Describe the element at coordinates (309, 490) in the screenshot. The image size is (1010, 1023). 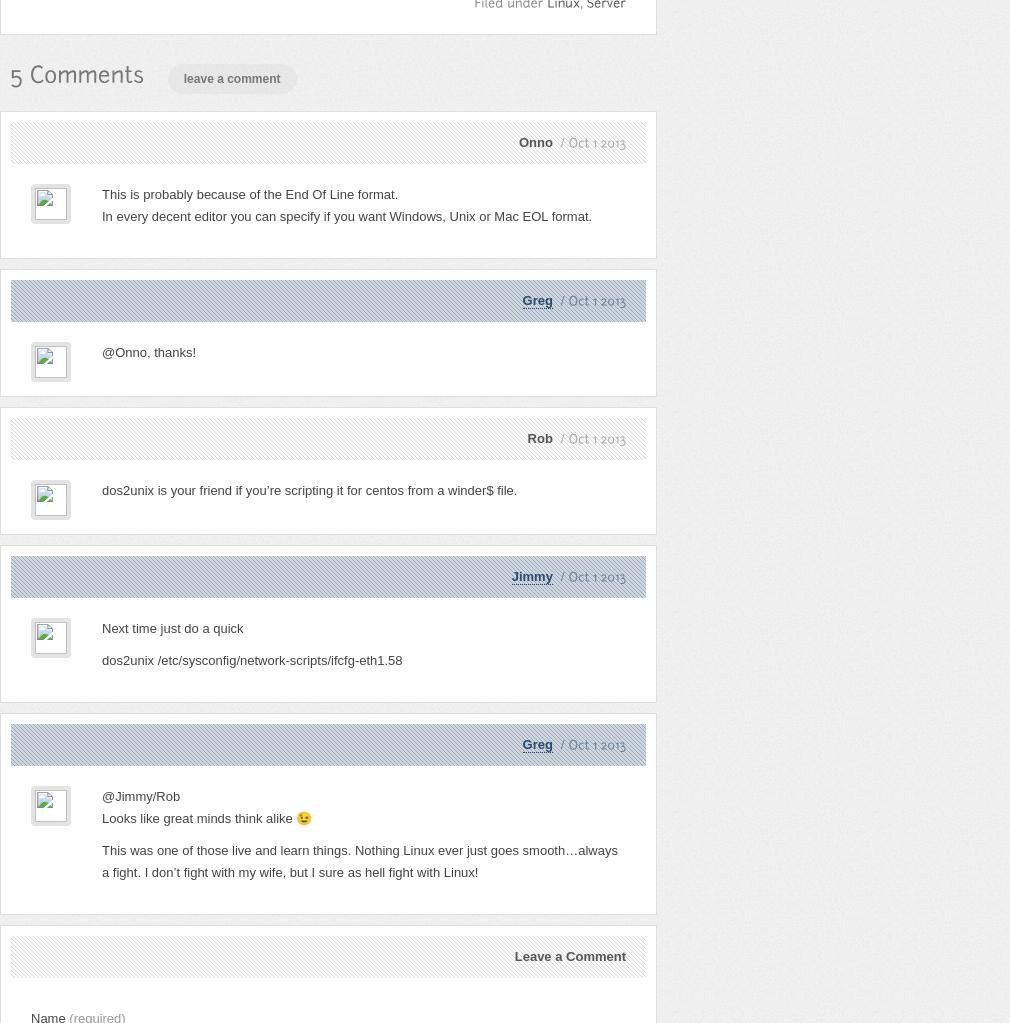
I see `'dos2unix is your friend if you’re scripting it for centos from a winder$ file.'` at that location.